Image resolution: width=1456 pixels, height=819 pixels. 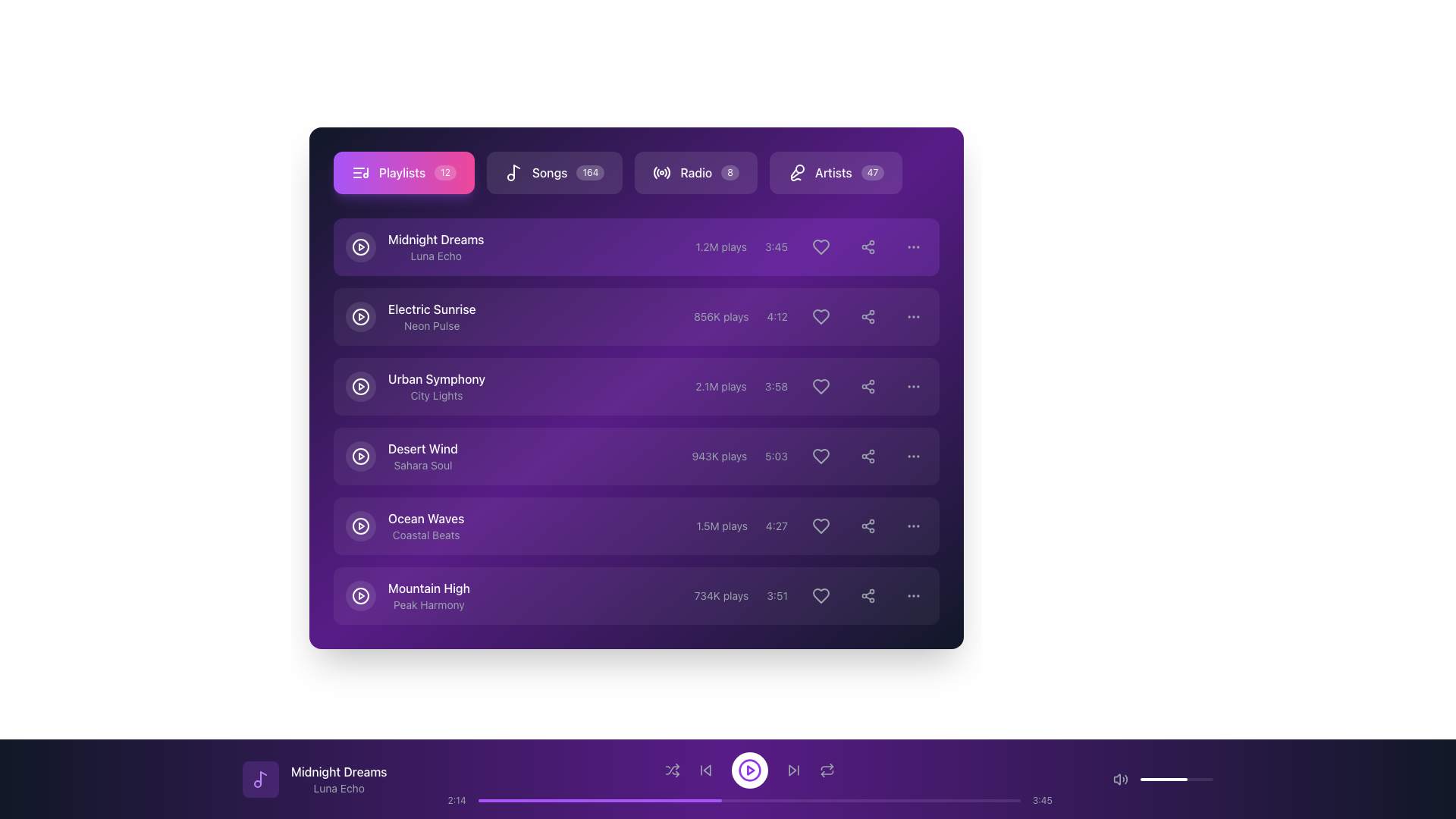 I want to click on the heart icon button styled as an outline with gray color, located in the second slot of the list for the song 'Electric Sunrise', so click(x=810, y=315).